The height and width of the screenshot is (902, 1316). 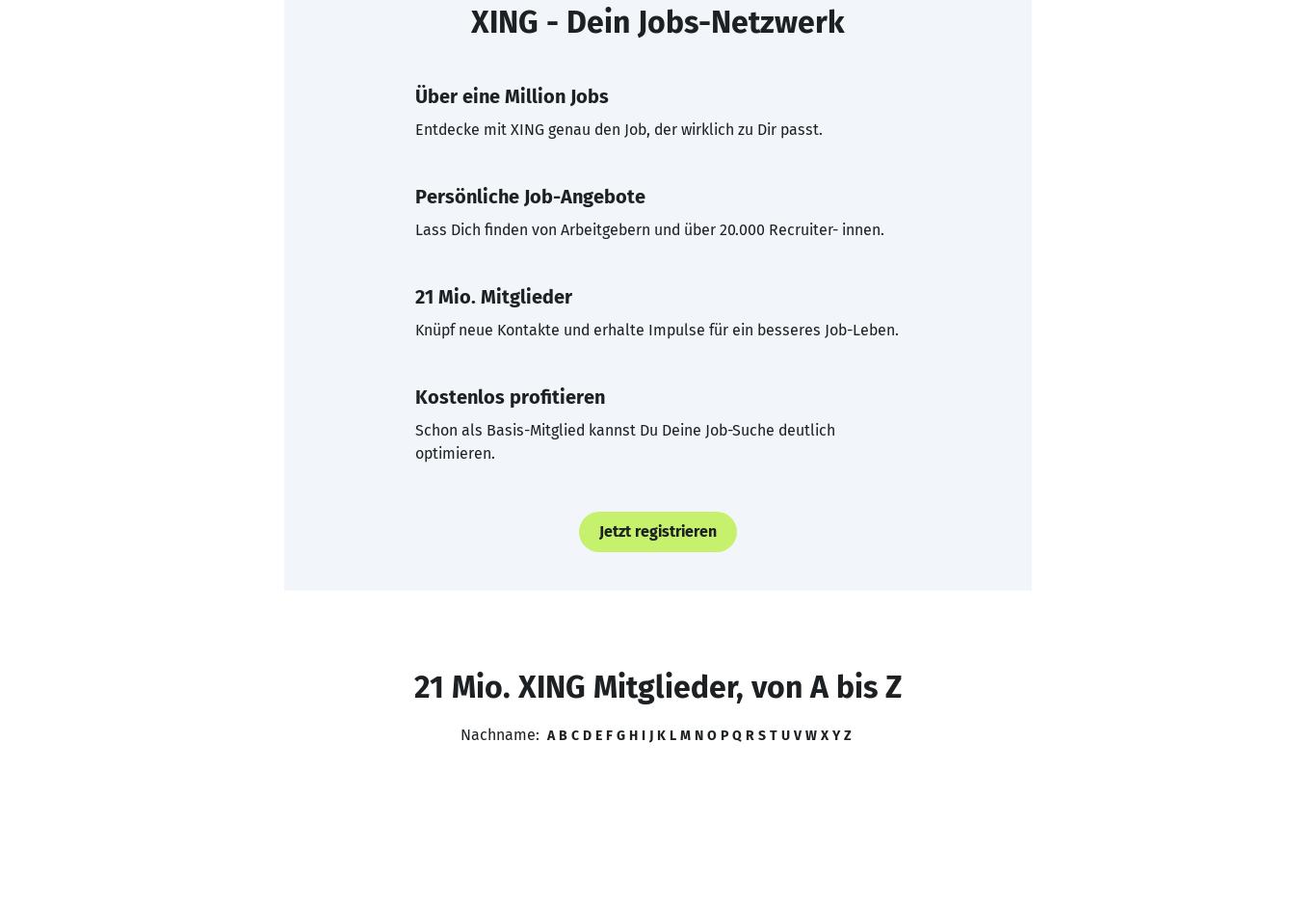 I want to click on 'R', so click(x=749, y=734).